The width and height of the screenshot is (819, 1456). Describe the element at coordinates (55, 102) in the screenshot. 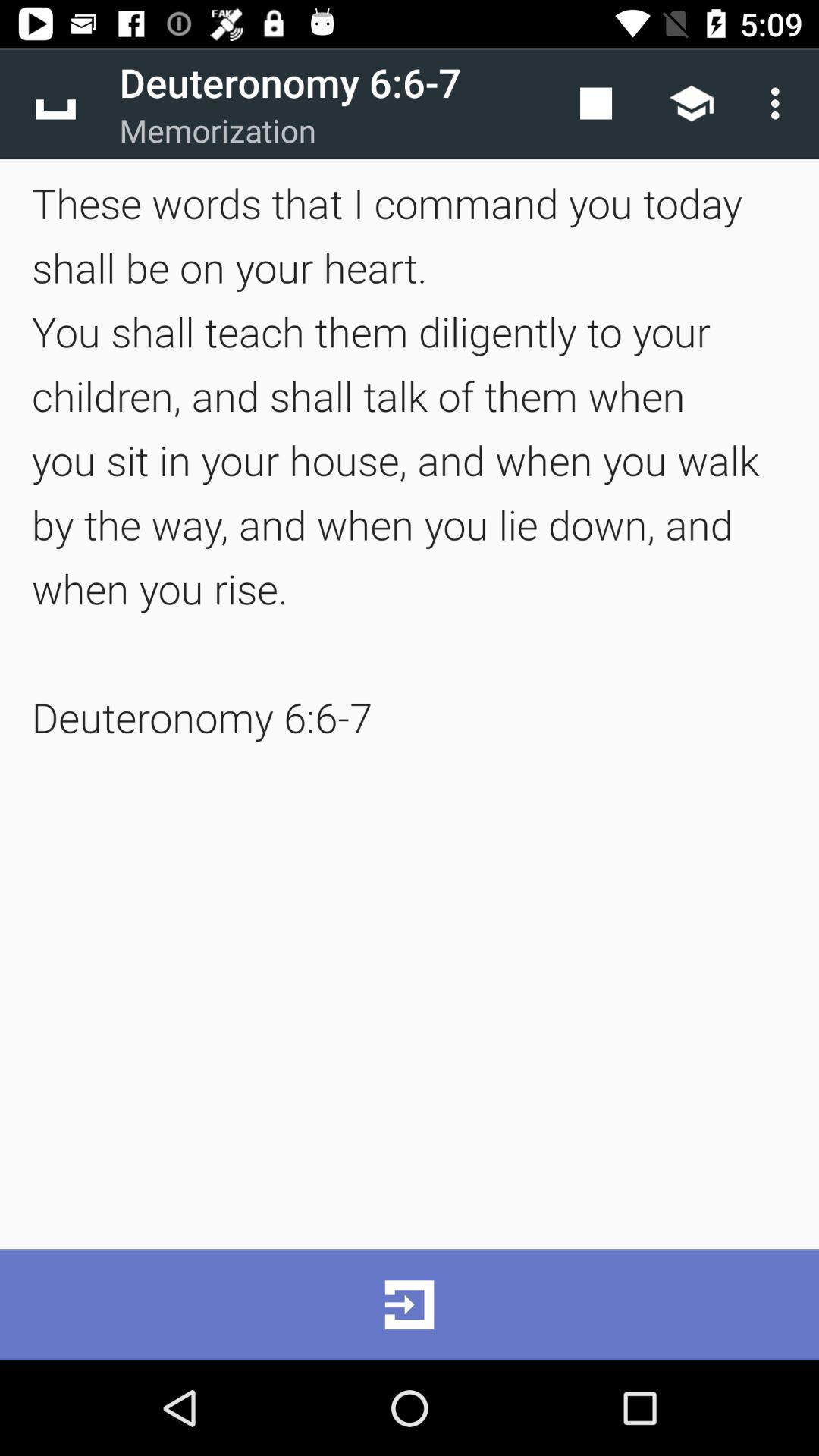

I see `icon next to deuteronomy 6 6` at that location.